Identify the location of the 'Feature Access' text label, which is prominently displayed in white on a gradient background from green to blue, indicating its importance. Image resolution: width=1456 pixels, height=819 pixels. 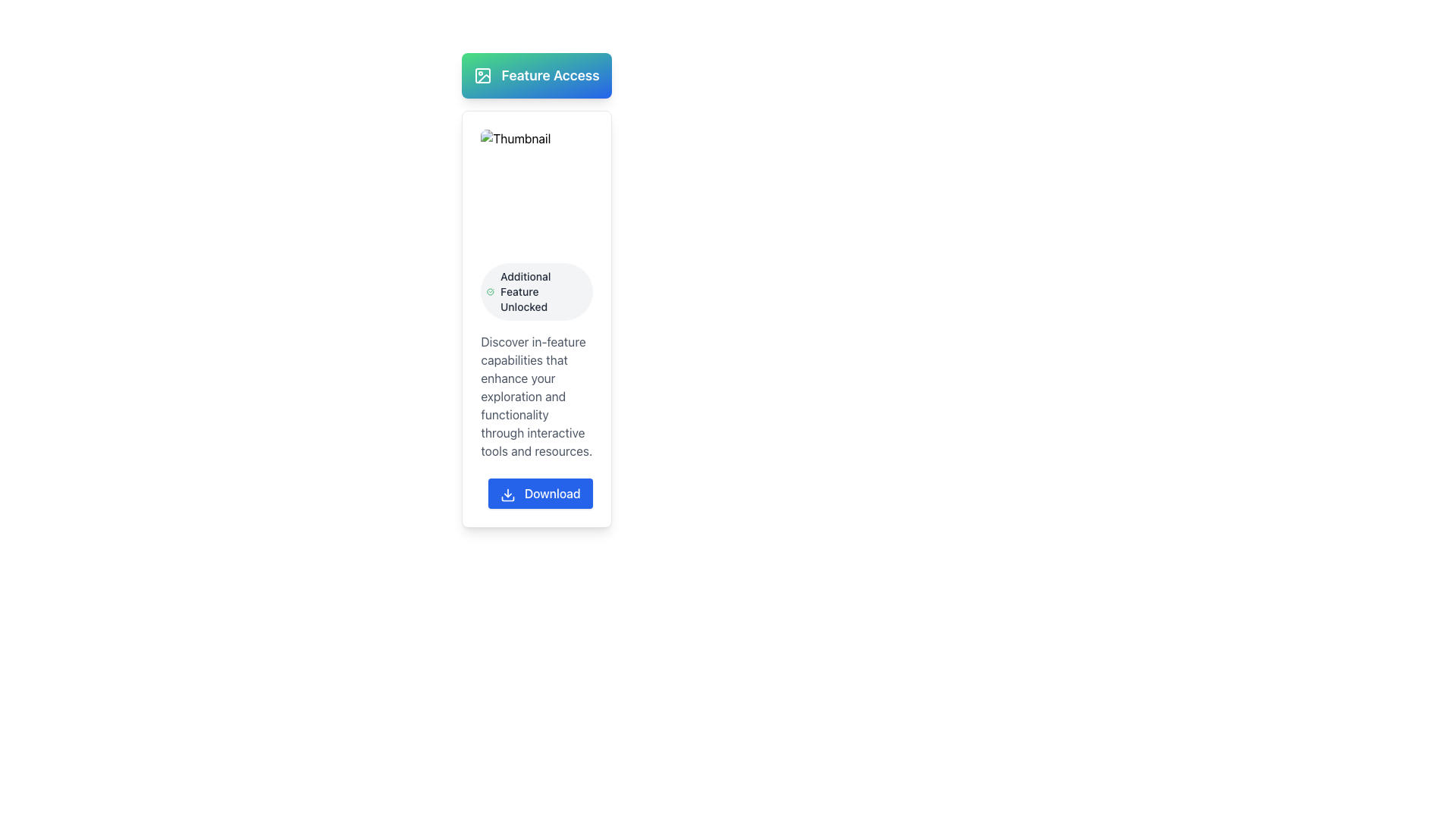
(549, 76).